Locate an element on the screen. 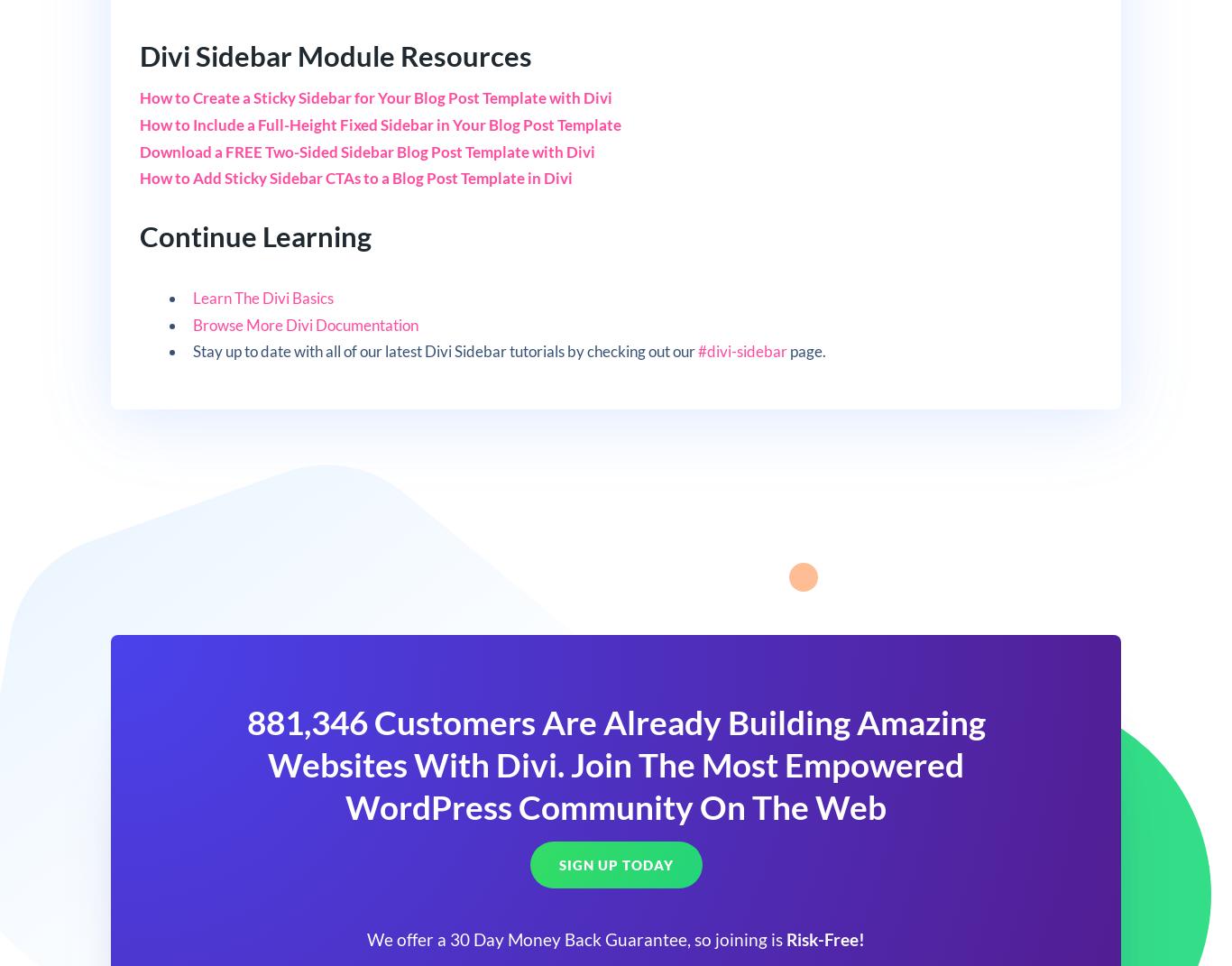 The height and width of the screenshot is (966, 1232). 'Continue Learning' is located at coordinates (254, 235).